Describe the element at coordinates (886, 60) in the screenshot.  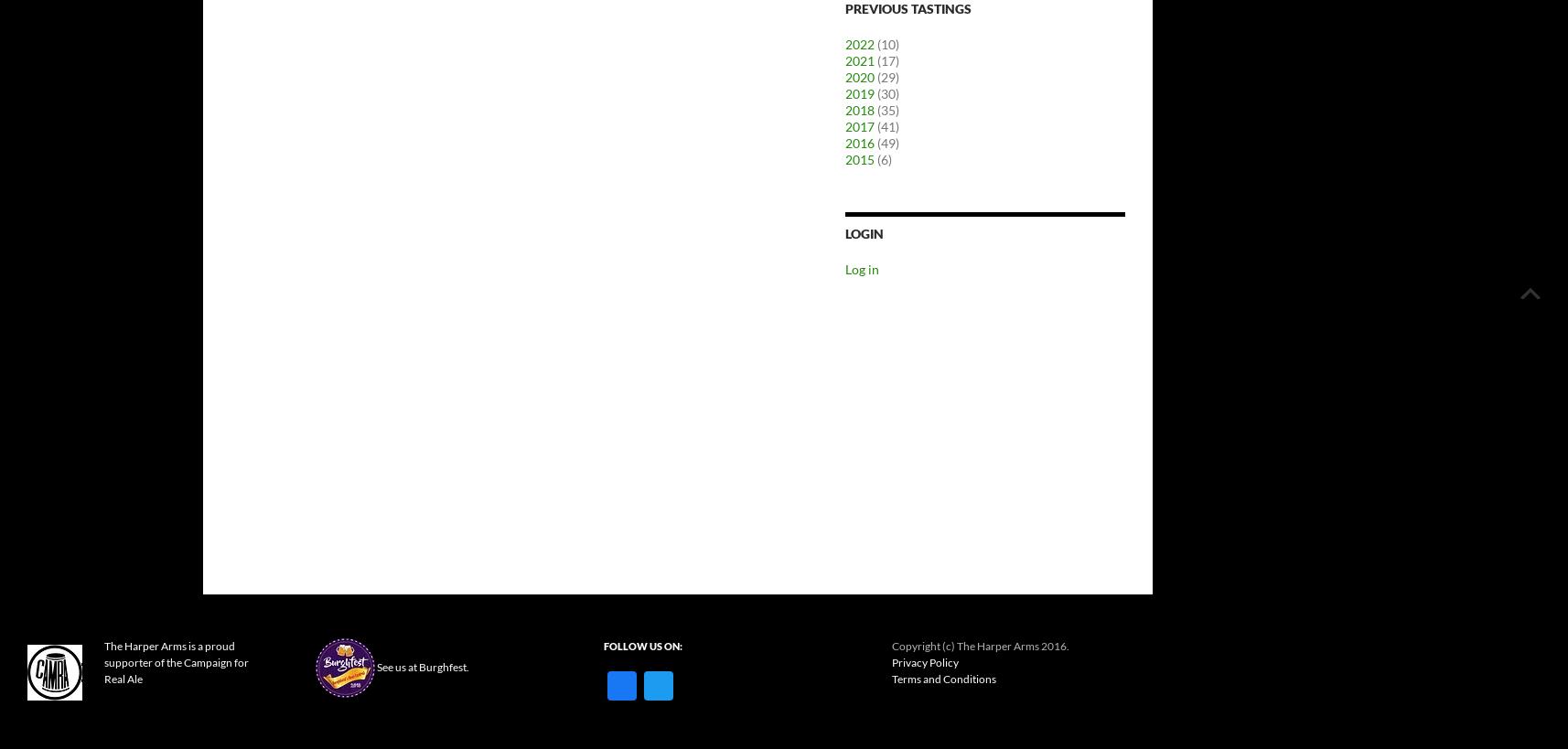
I see `'(17)'` at that location.